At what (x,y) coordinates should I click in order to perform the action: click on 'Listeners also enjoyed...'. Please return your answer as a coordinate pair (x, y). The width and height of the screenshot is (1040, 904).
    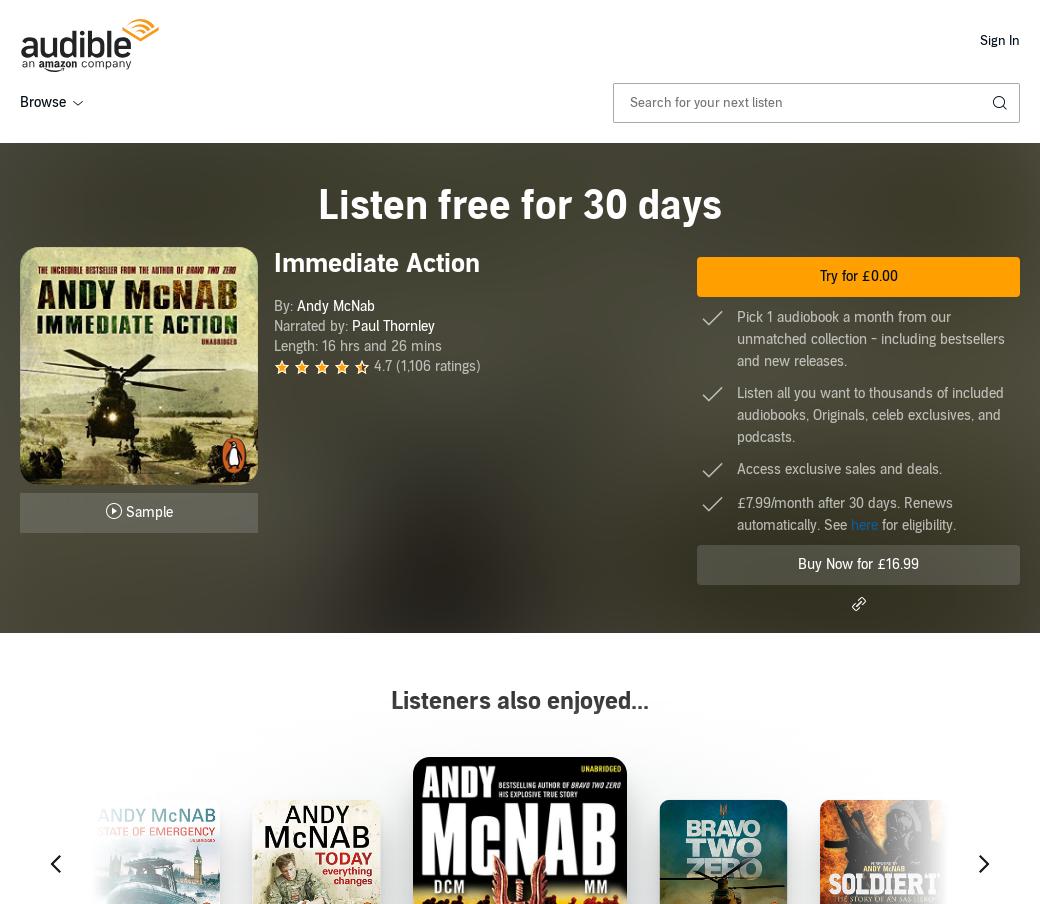
    Looking at the image, I should click on (520, 700).